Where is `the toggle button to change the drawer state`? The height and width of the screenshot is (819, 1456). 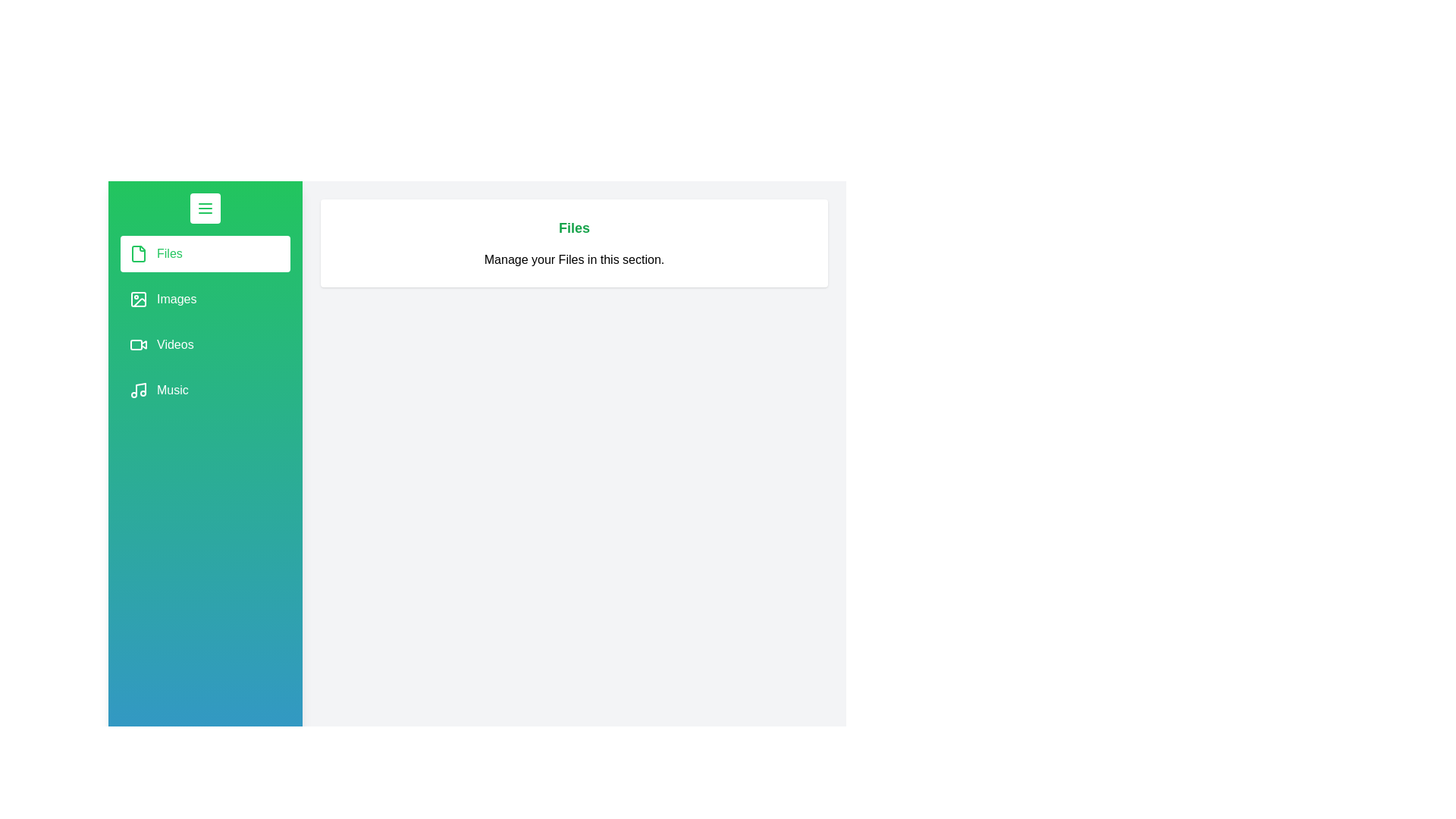
the toggle button to change the drawer state is located at coordinates (204, 208).